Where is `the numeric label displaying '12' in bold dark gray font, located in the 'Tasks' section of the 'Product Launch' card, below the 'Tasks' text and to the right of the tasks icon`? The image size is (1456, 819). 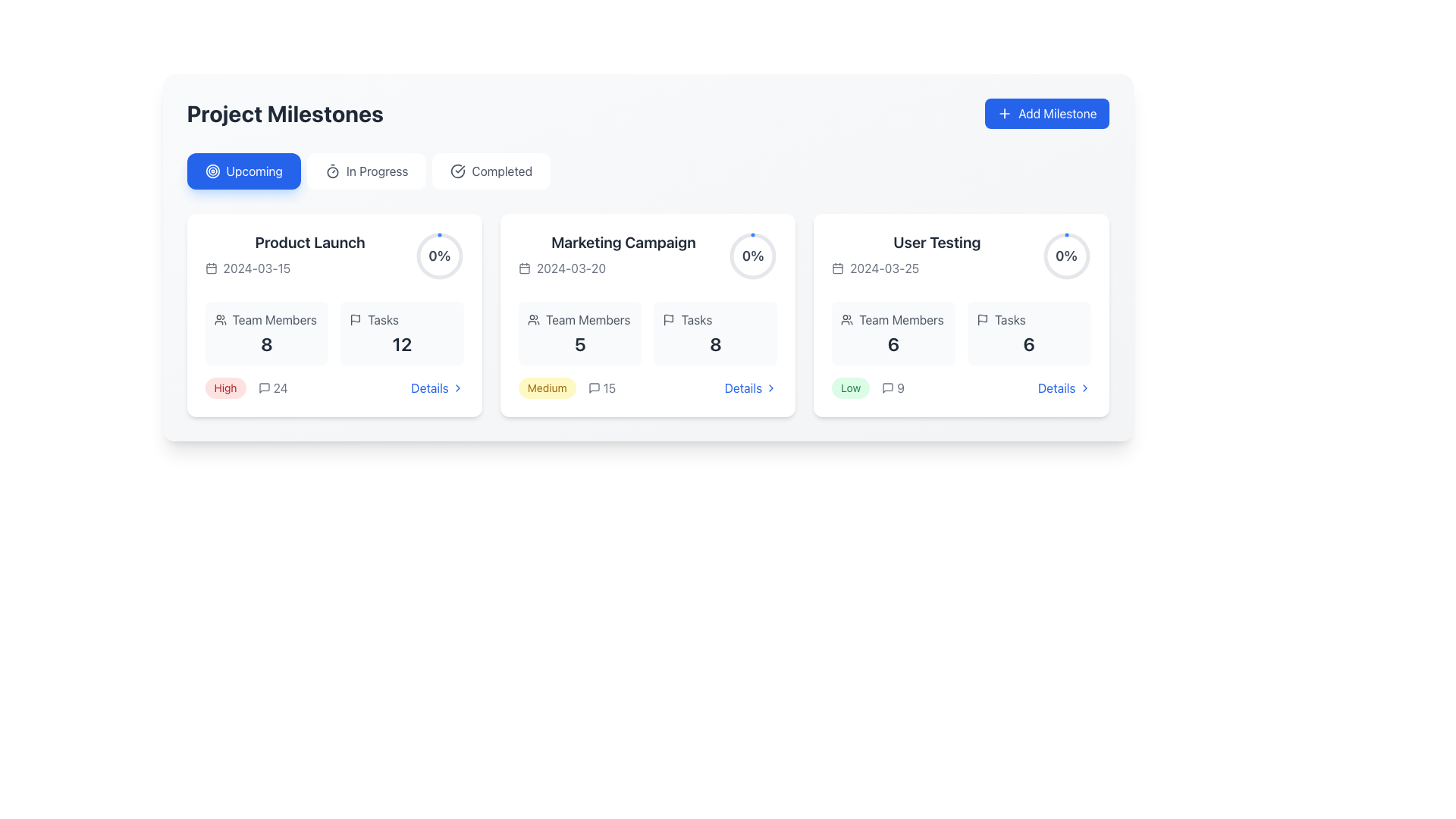
the numeric label displaying '12' in bold dark gray font, located in the 'Tasks' section of the 'Product Launch' card, below the 'Tasks' text and to the right of the tasks icon is located at coordinates (402, 344).